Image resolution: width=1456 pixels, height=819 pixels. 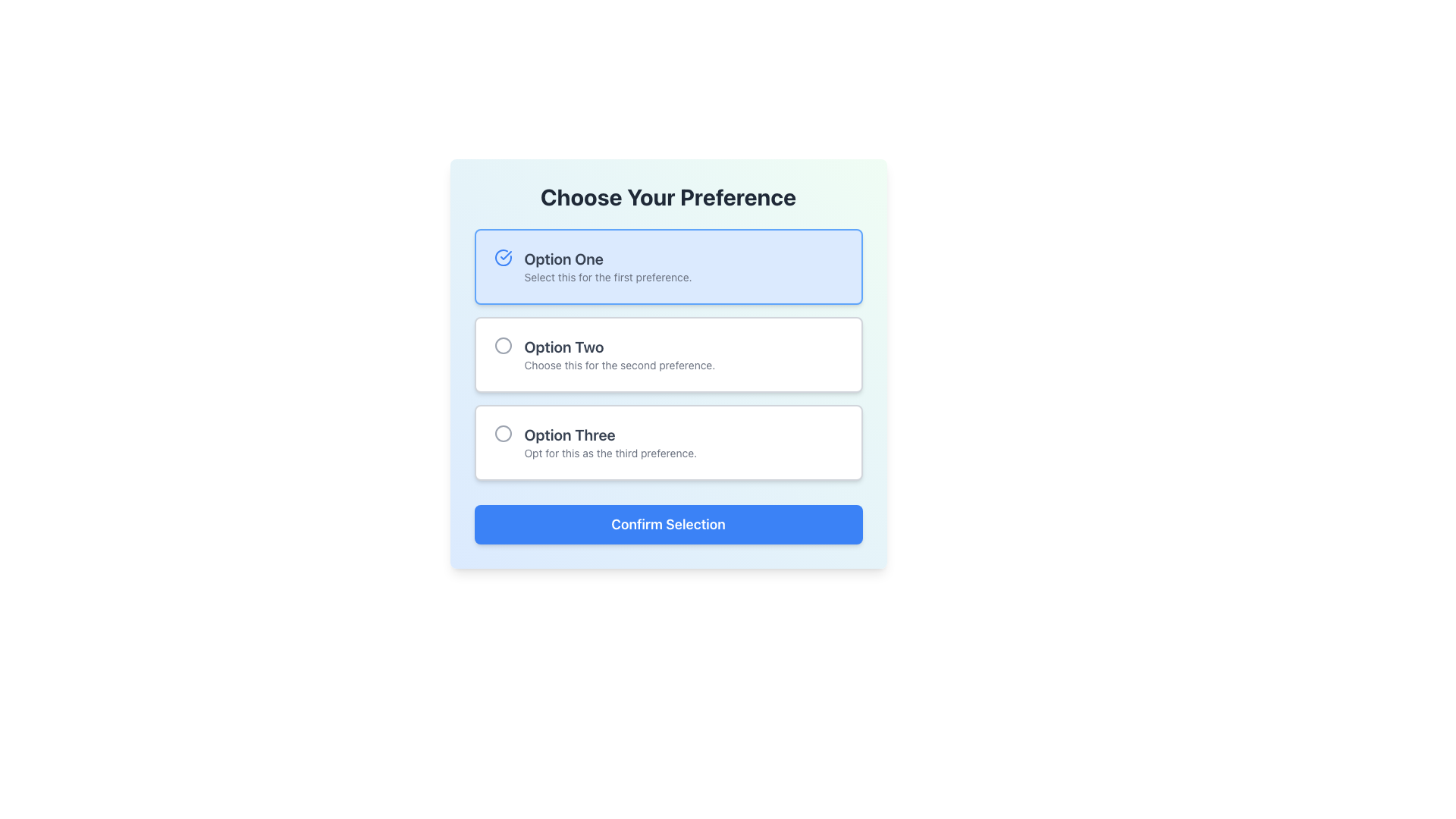 I want to click on helper text below the title 'Option Three', which provides supplemental information about this selection, so click(x=610, y=452).